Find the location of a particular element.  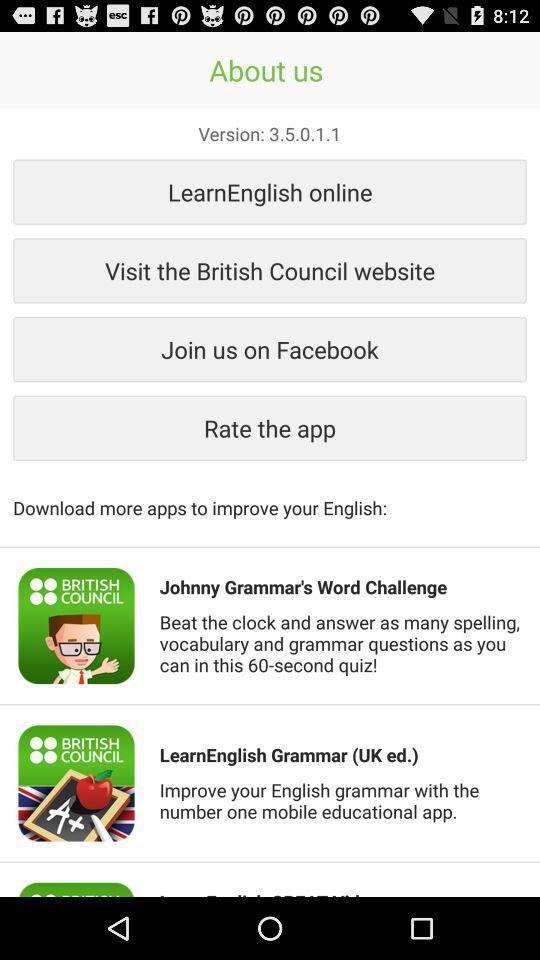

learnenglish online button is located at coordinates (270, 191).